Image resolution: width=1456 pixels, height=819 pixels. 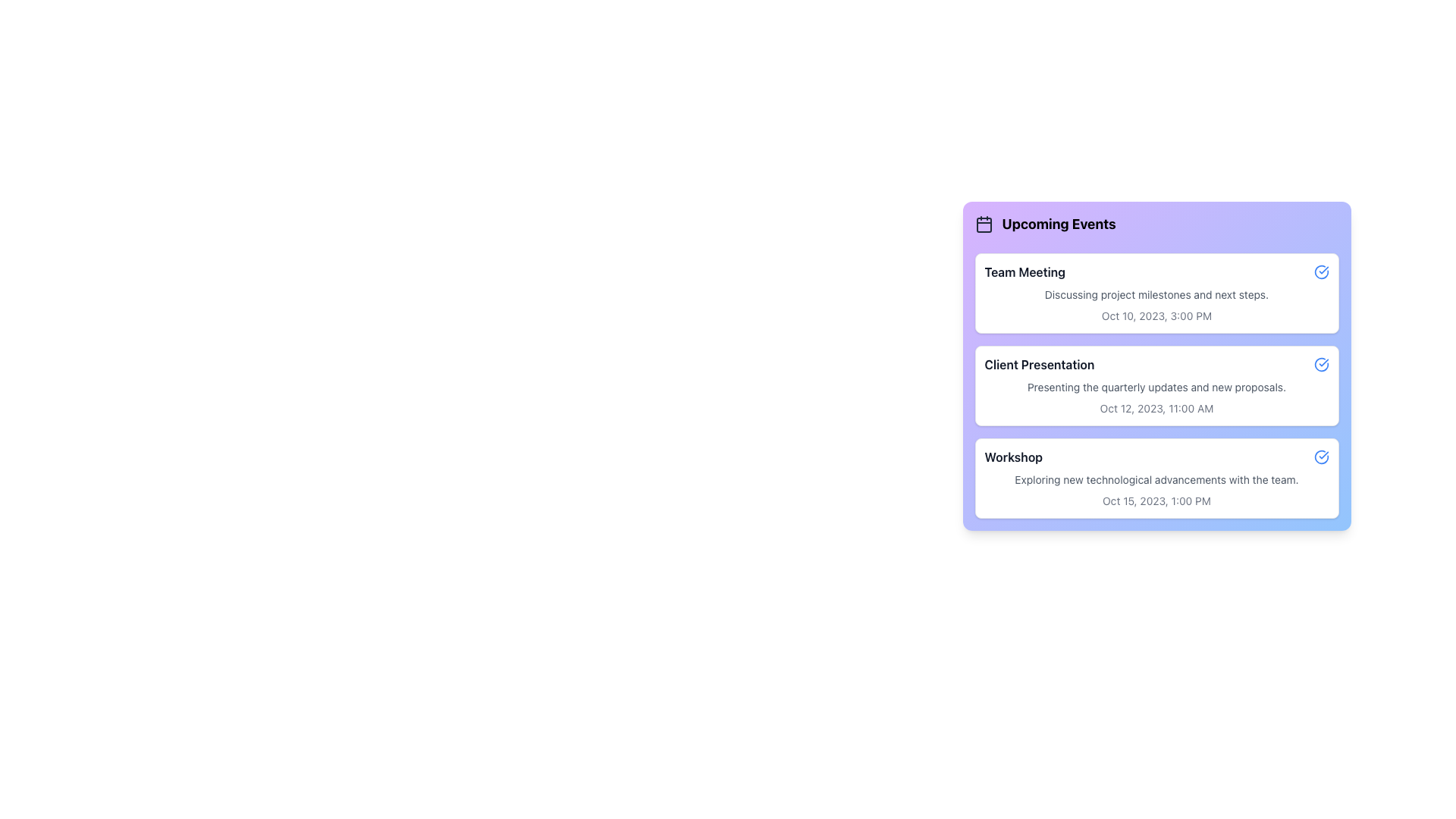 What do you see at coordinates (1156, 385) in the screenshot?
I see `the second list item that presents details about the 'Client Presentation' event, located between the 'Team Meeting' and 'Workshop' cards` at bounding box center [1156, 385].